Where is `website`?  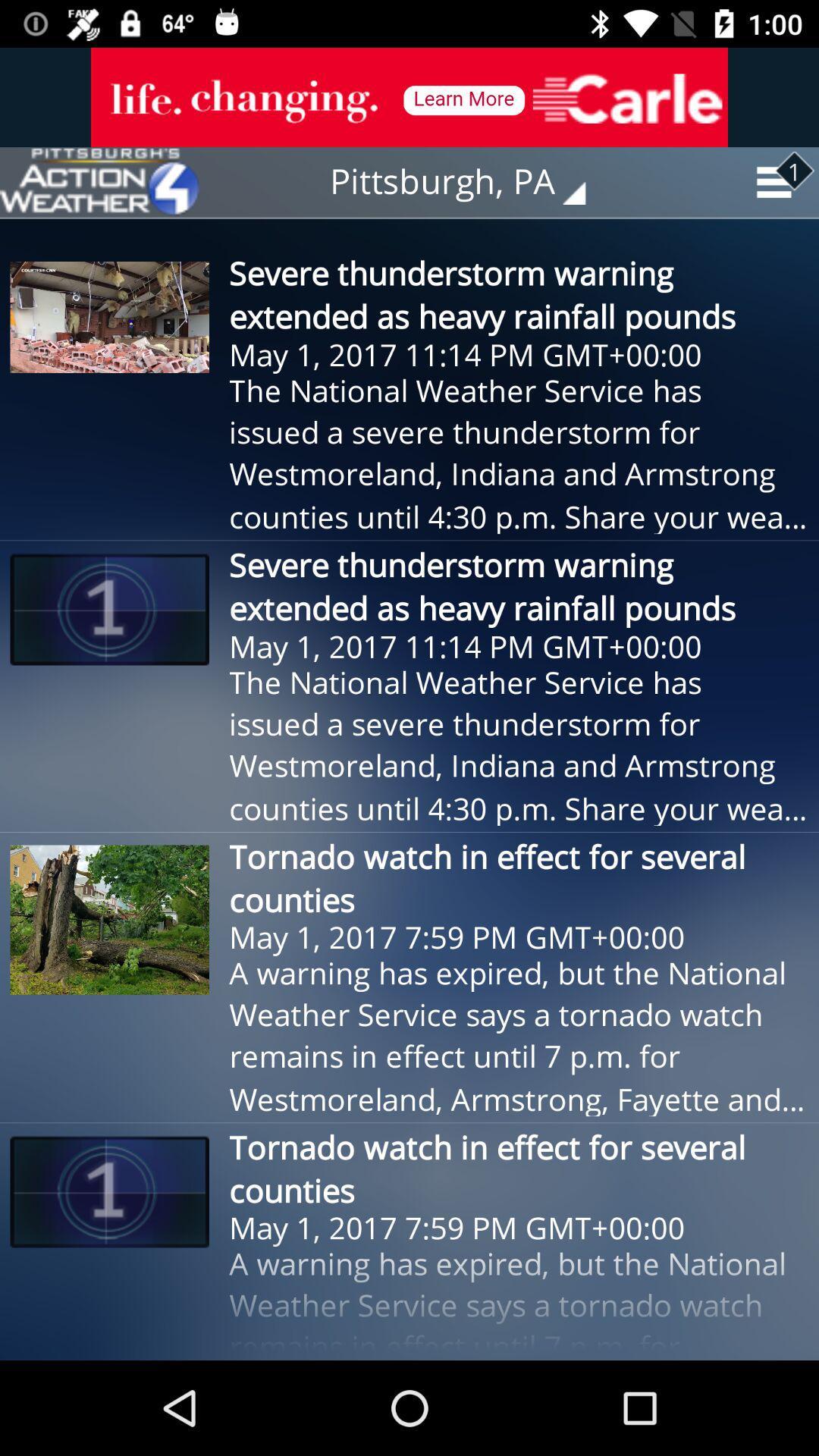
website is located at coordinates (99, 182).